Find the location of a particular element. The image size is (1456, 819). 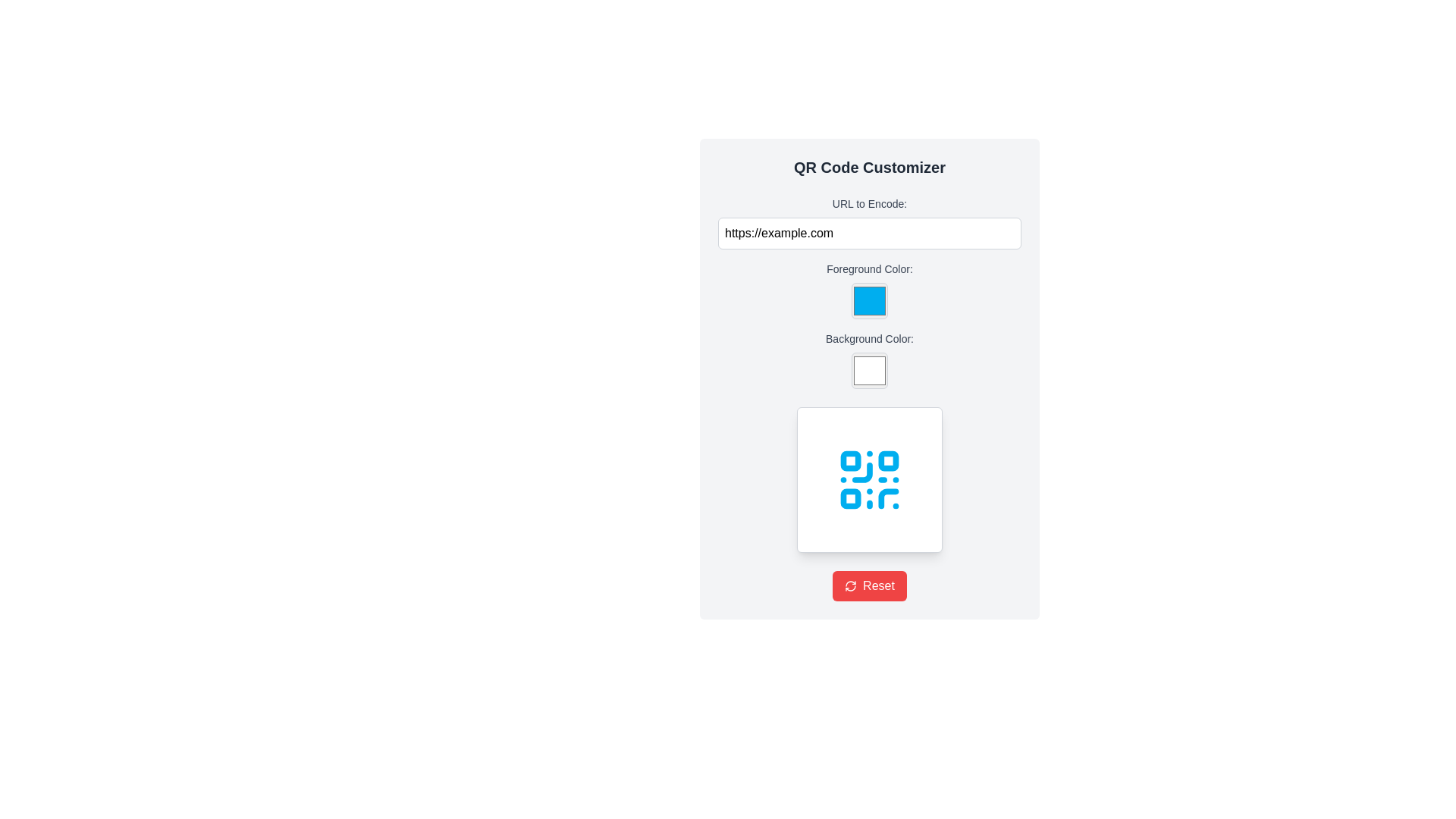

the circular arrow icon indicating refresh, located to the left of the 'Reset' button at the bottom of the interface is located at coordinates (851, 585).